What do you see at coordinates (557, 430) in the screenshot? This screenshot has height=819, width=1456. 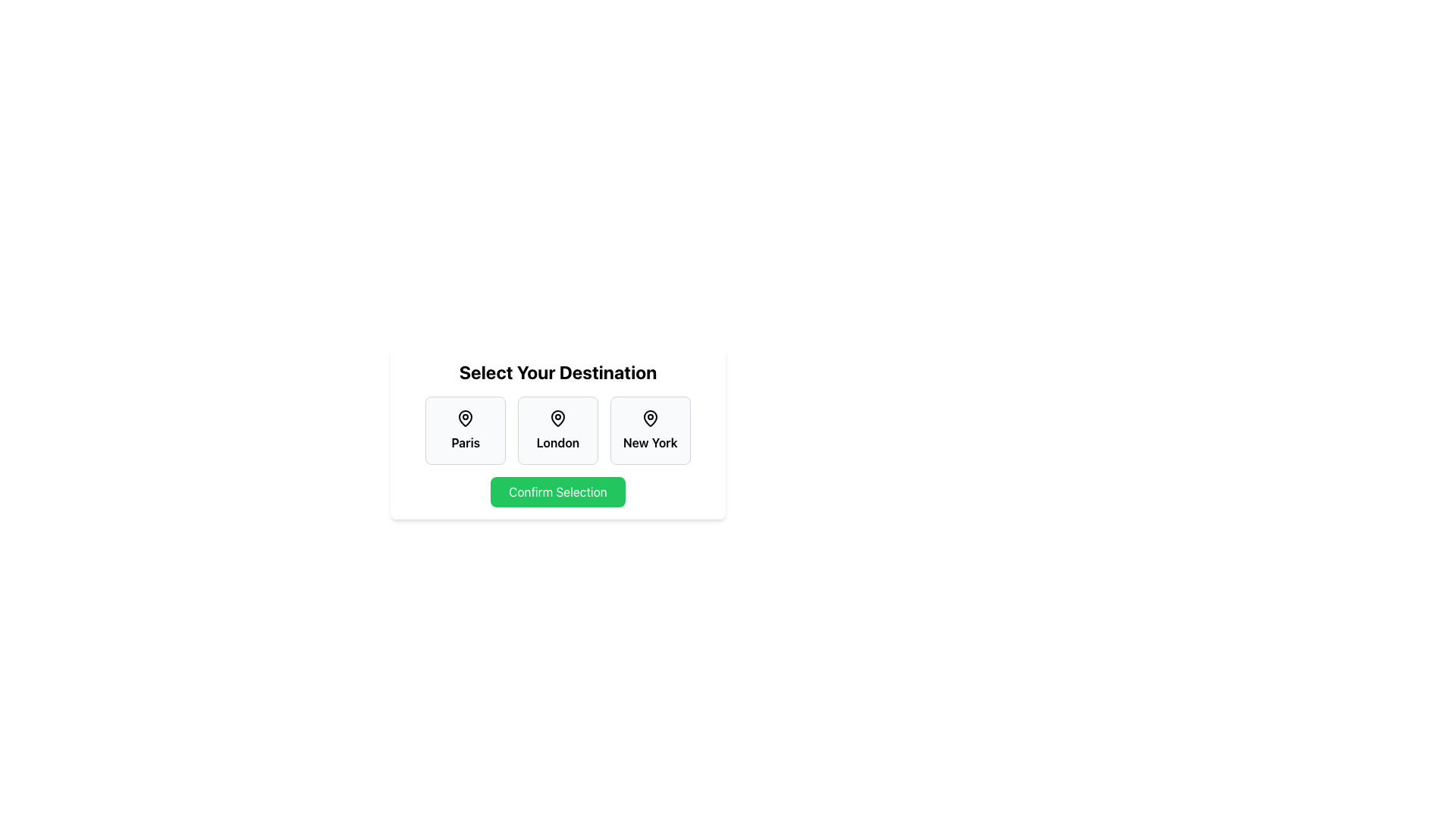 I see `the city block representing 'London' which is the second of three city blocks in the grid layout below the heading 'Select Your Destination'` at bounding box center [557, 430].